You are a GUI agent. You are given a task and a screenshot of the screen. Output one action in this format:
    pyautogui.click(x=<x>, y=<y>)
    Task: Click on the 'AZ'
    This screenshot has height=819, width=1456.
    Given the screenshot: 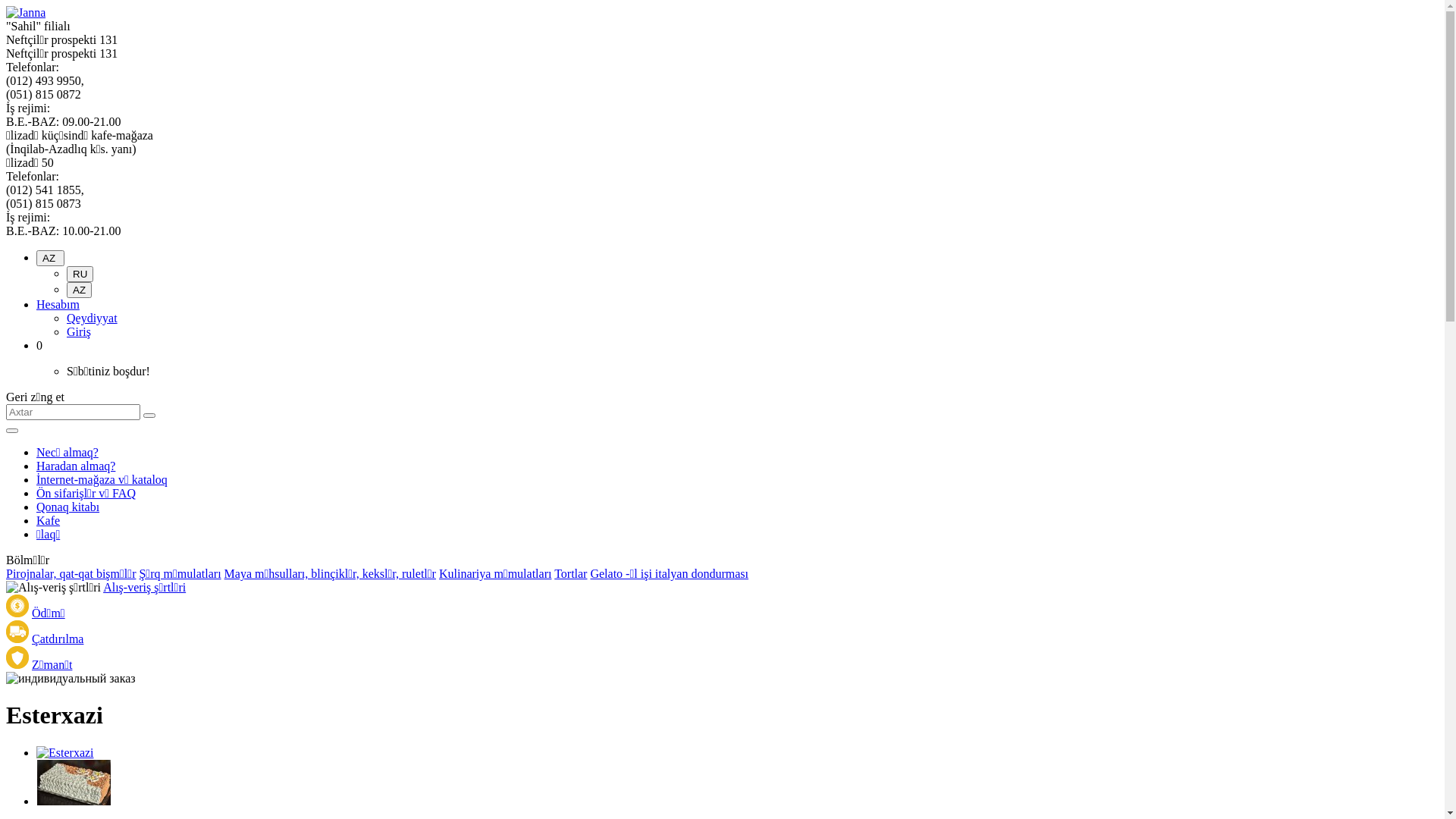 What is the action you would take?
    pyautogui.click(x=78, y=290)
    